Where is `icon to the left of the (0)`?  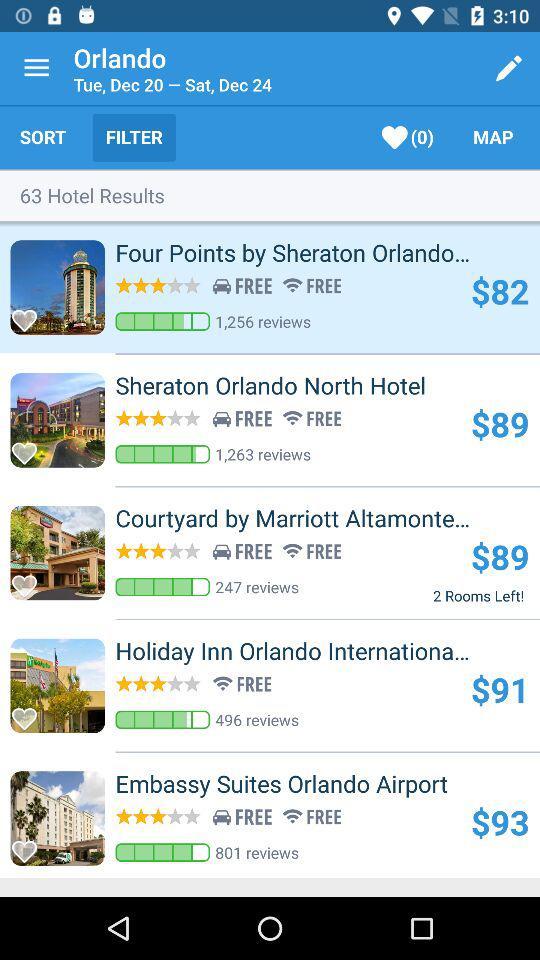 icon to the left of the (0) is located at coordinates (134, 136).